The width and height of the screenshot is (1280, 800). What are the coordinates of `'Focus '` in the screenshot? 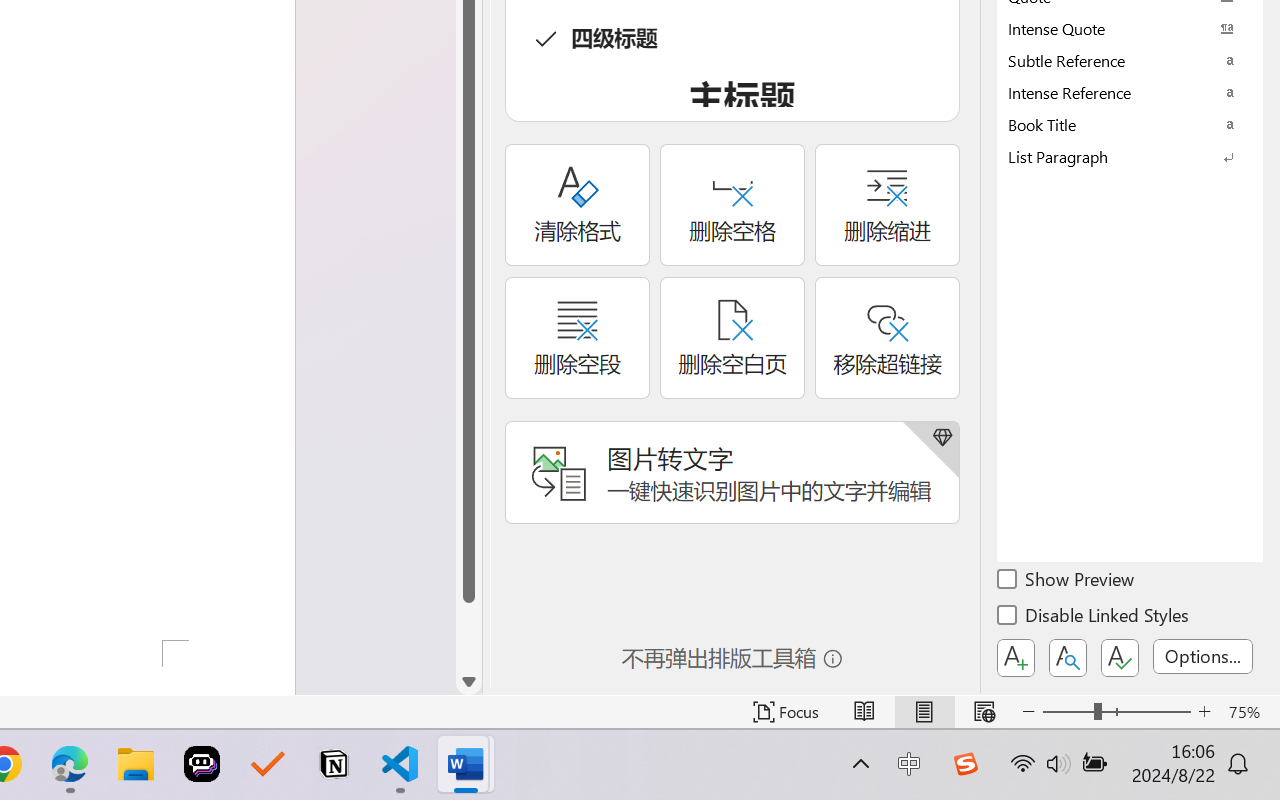 It's located at (785, 711).